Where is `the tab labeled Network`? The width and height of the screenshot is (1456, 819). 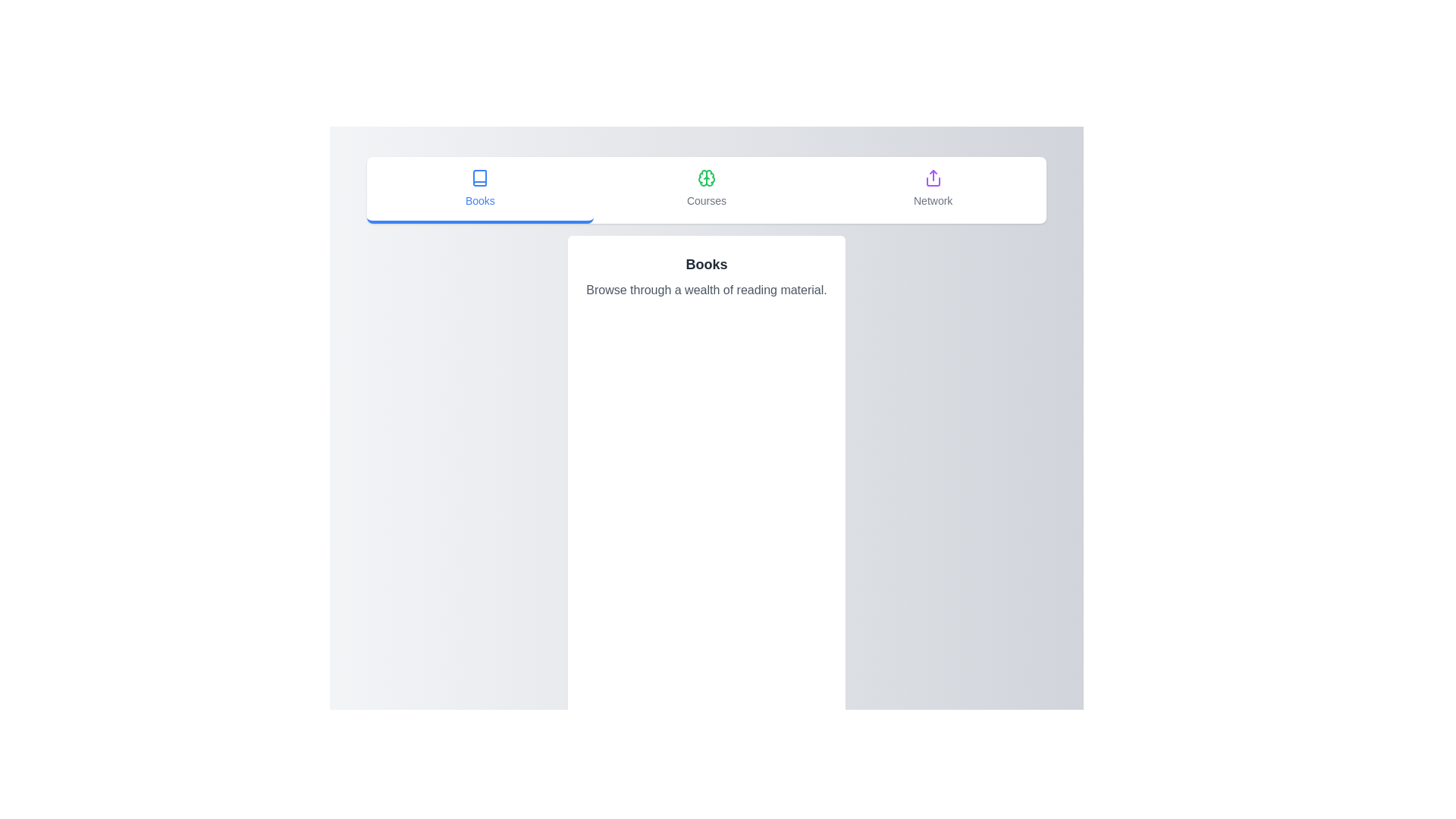
the tab labeled Network is located at coordinates (932, 189).